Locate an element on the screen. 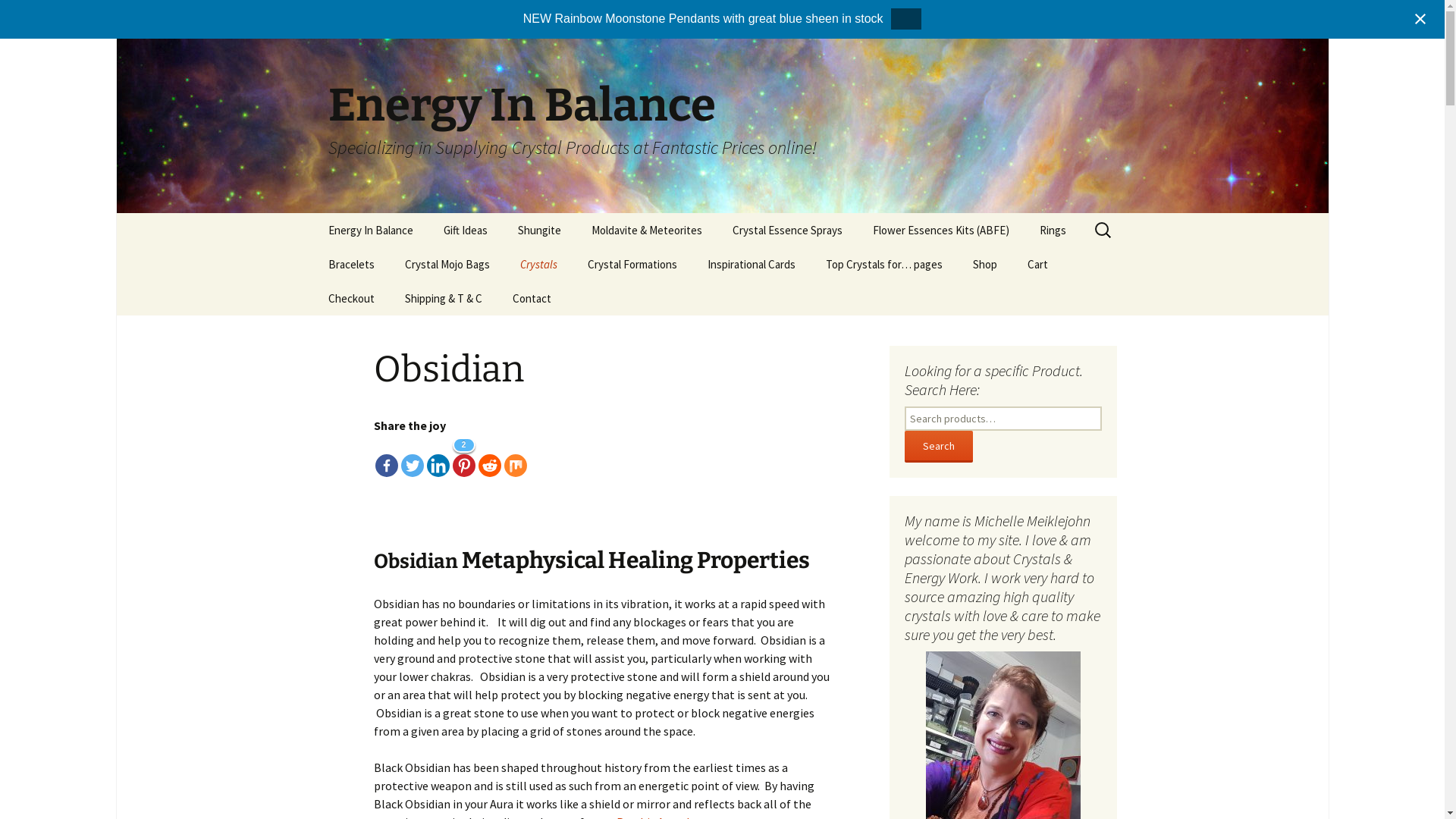  'Crystal Mojo Bags' is located at coordinates (389, 263).